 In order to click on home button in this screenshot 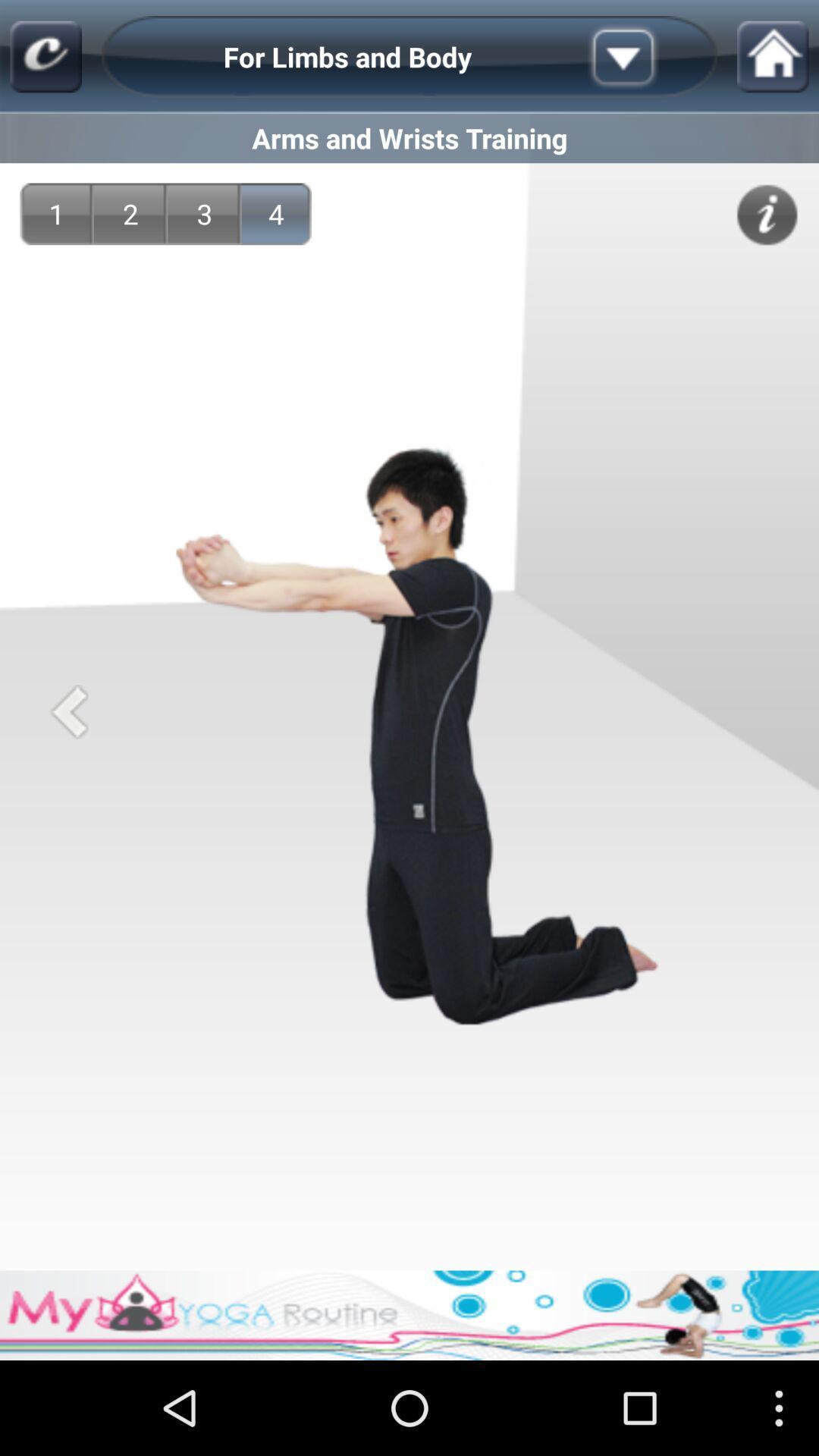, I will do `click(773, 57)`.